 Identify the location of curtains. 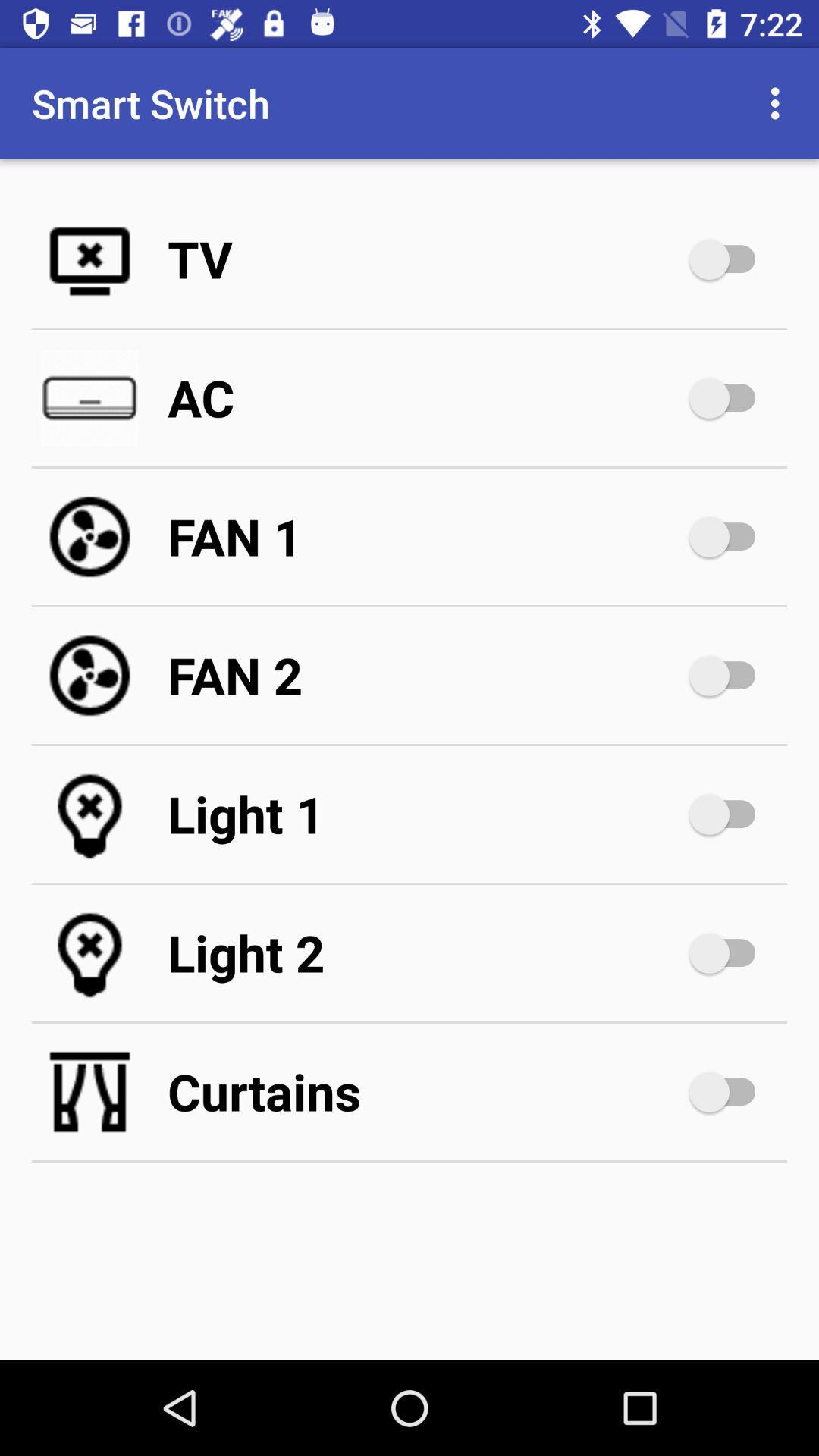
(729, 1092).